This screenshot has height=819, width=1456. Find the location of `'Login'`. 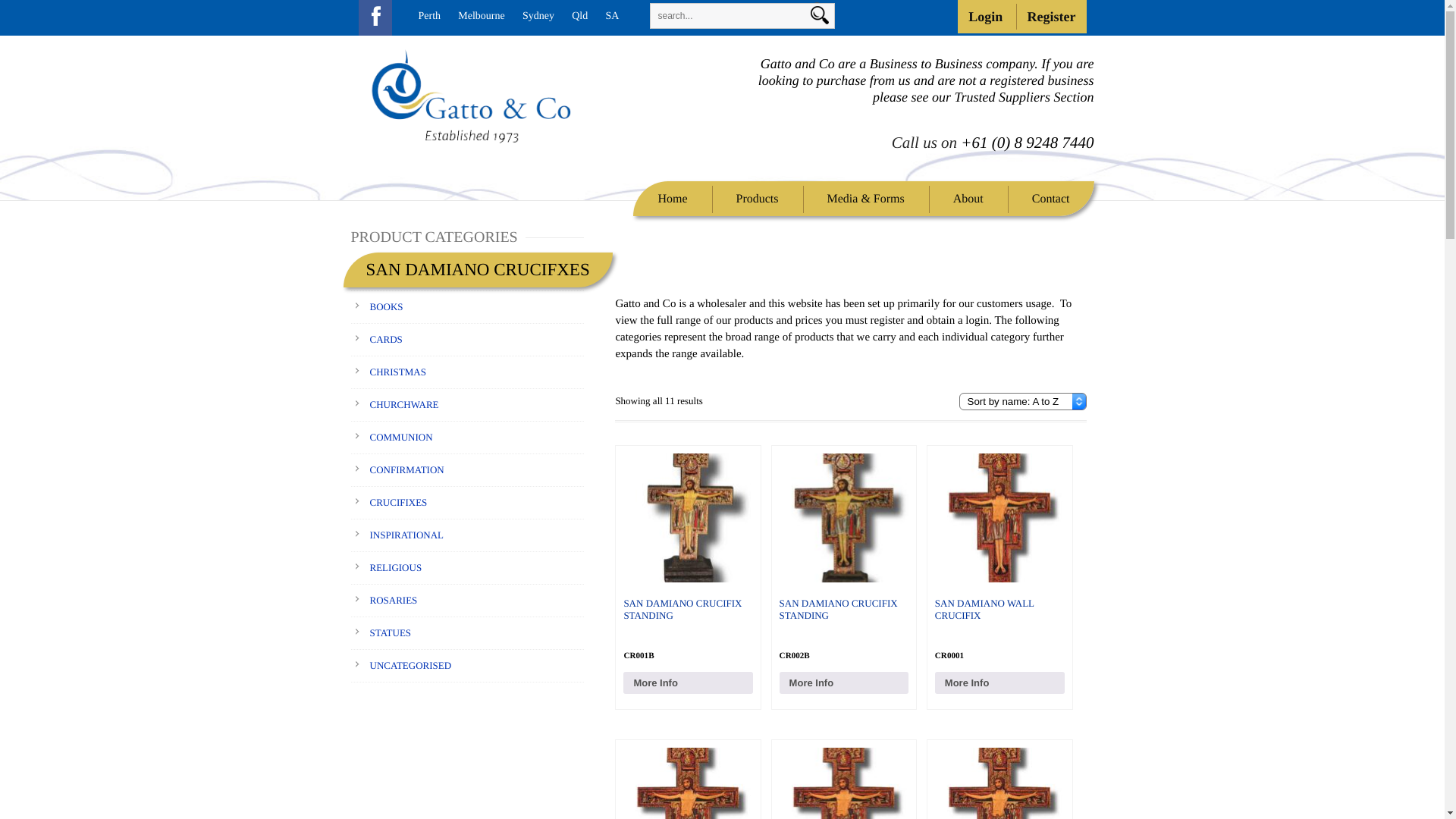

'Login' is located at coordinates (956, 17).